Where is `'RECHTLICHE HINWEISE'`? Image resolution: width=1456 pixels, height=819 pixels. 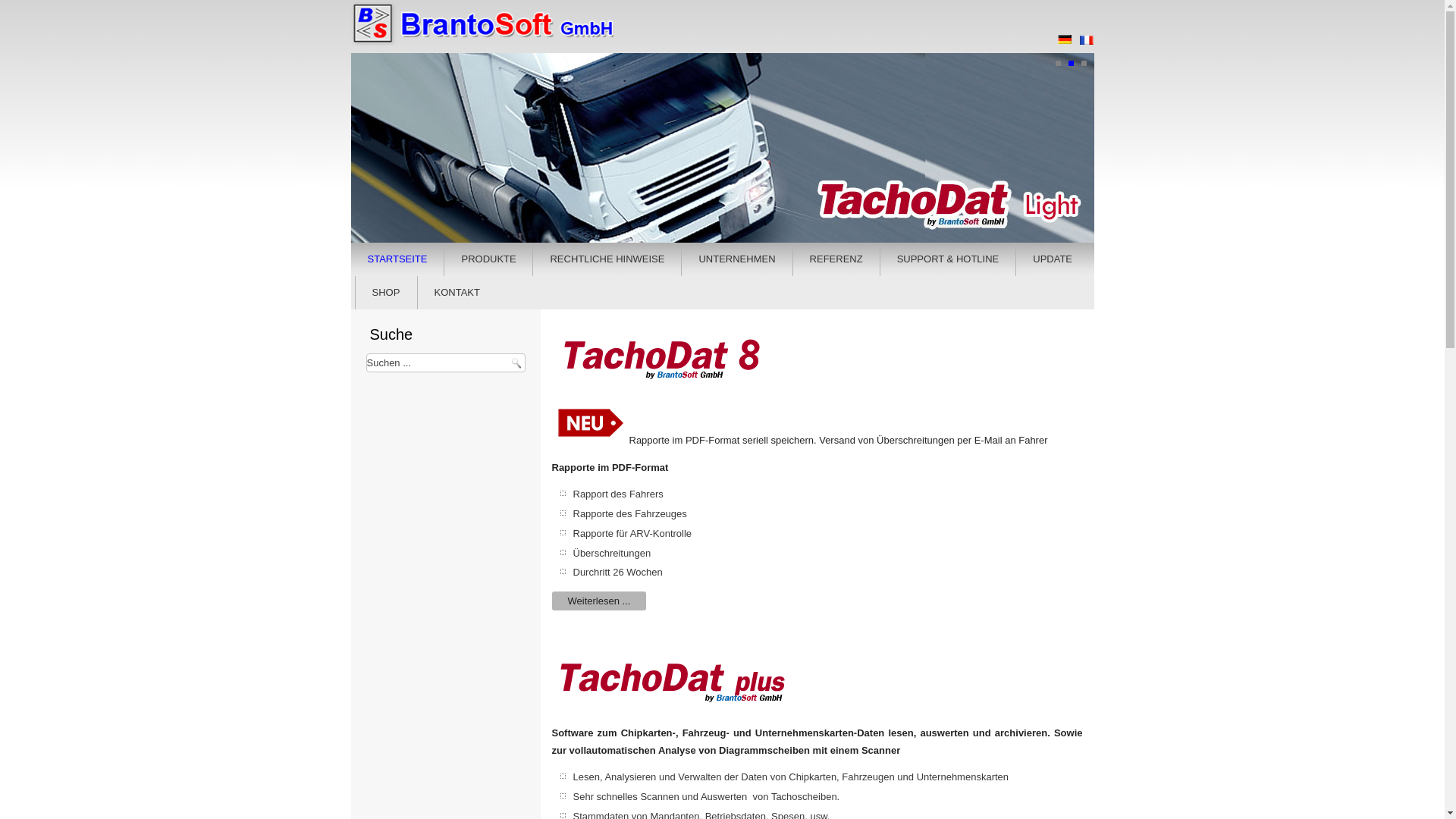 'RECHTLICHE HINWEISE' is located at coordinates (607, 259).